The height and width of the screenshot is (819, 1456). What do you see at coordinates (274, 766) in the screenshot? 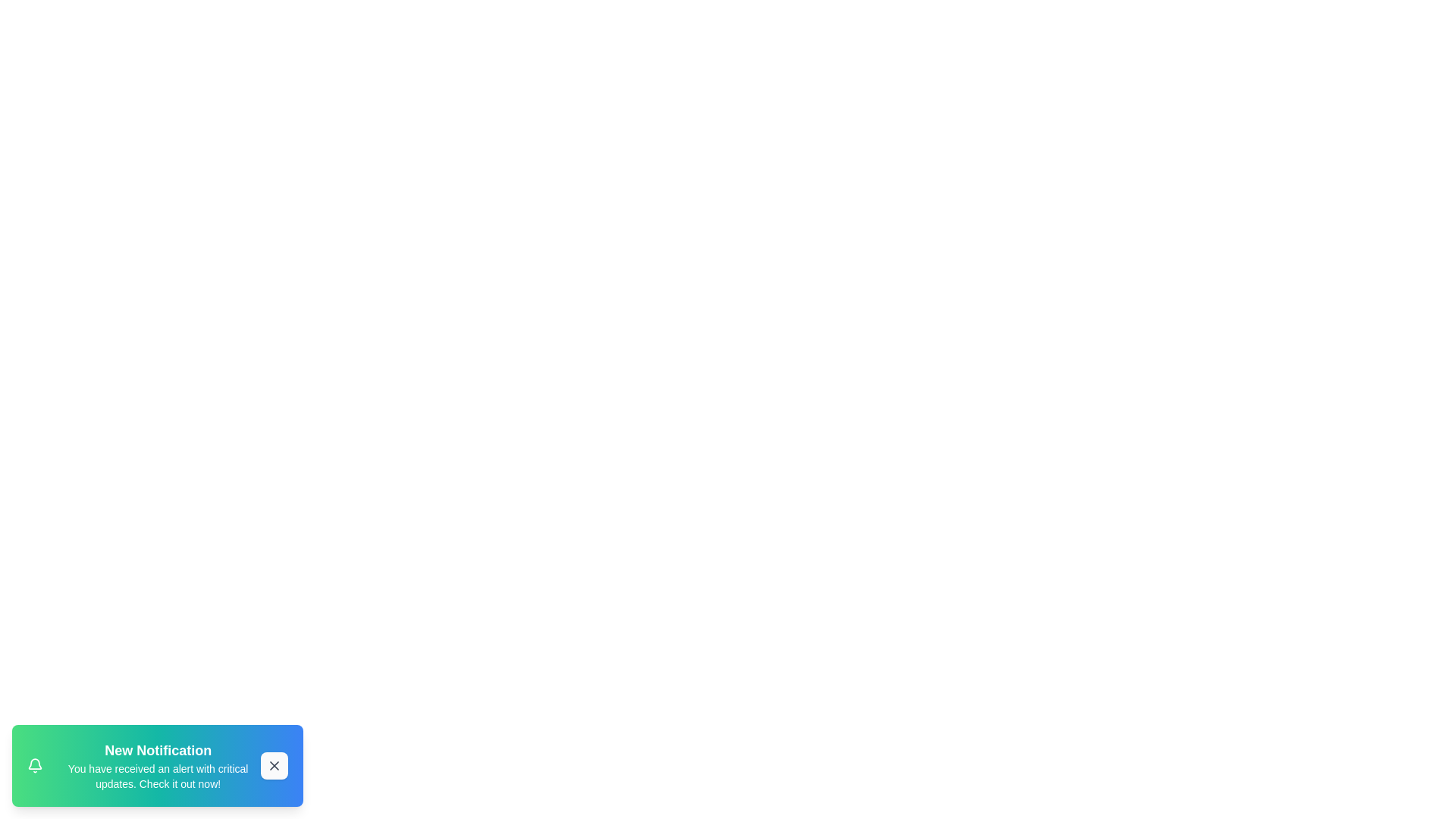
I see `the close button to dismiss the notification` at bounding box center [274, 766].